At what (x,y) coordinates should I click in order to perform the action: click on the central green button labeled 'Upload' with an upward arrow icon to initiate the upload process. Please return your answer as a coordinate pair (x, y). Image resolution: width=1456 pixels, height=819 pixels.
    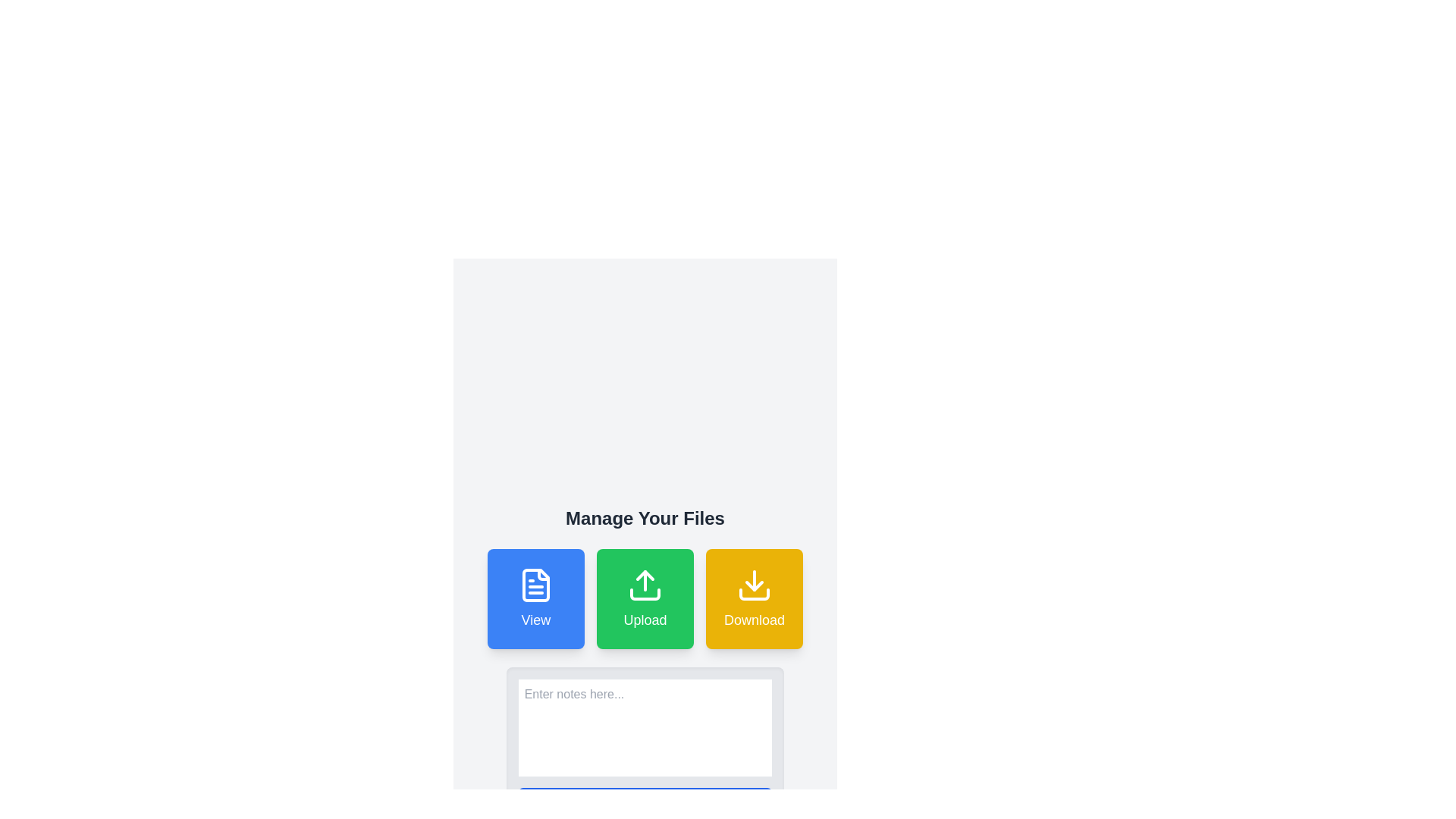
    Looking at the image, I should click on (645, 598).